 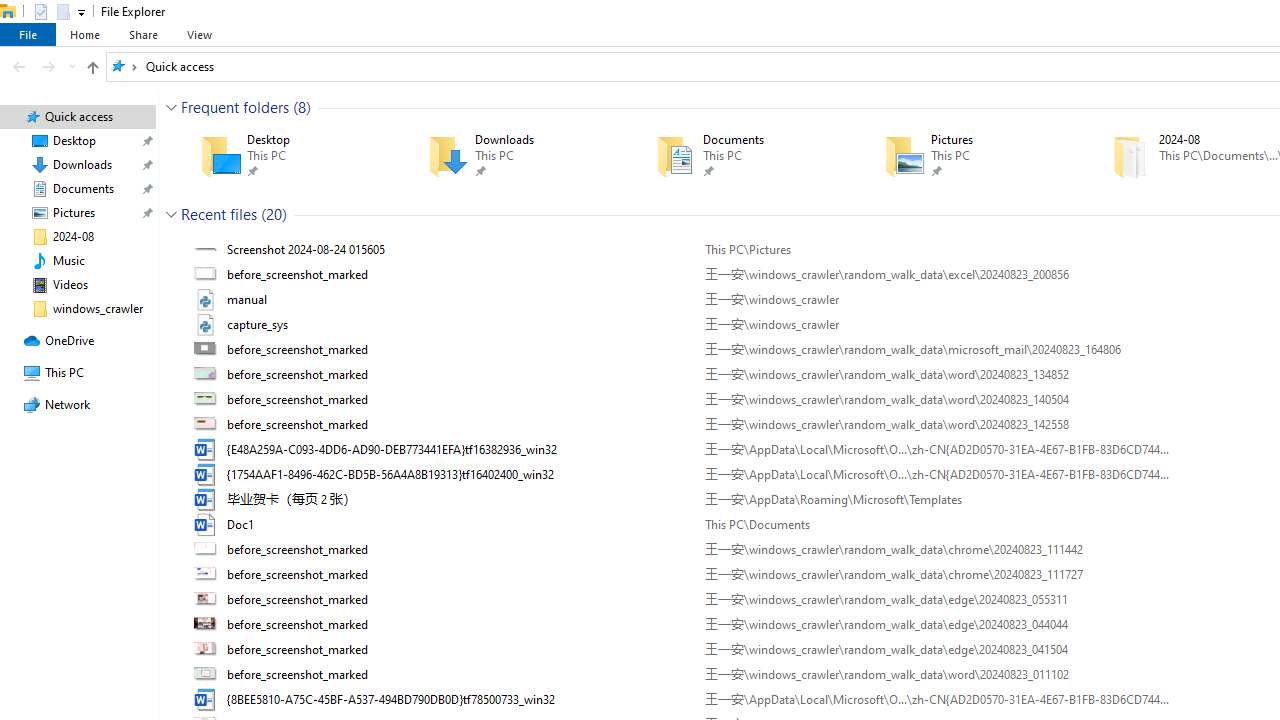 I want to click on 'Quick Access Toolbar', so click(x=51, y=11).